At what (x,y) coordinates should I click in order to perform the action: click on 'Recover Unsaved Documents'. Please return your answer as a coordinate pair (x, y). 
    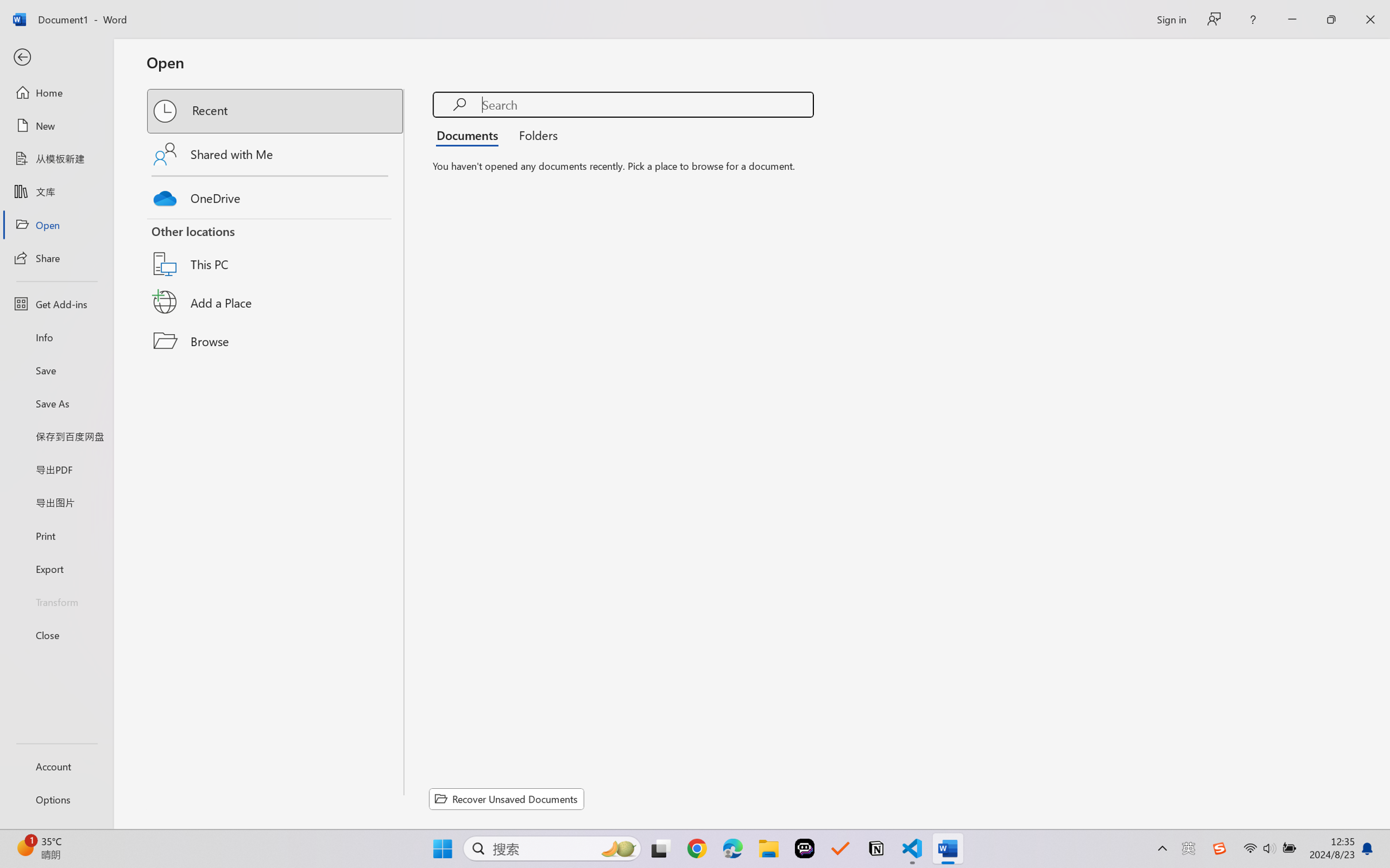
    Looking at the image, I should click on (507, 799).